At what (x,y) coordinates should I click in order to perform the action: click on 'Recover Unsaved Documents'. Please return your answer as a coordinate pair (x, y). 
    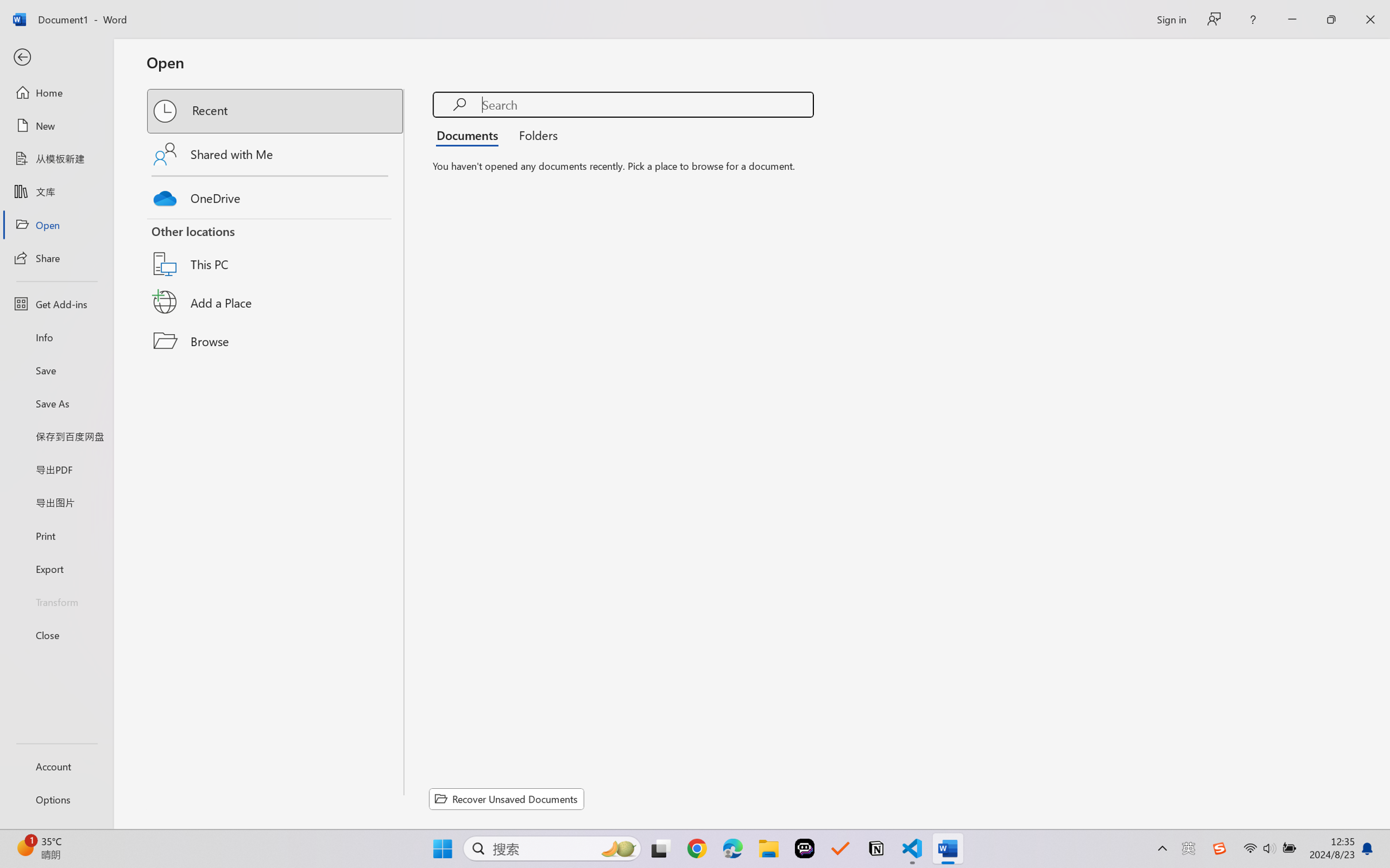
    Looking at the image, I should click on (507, 799).